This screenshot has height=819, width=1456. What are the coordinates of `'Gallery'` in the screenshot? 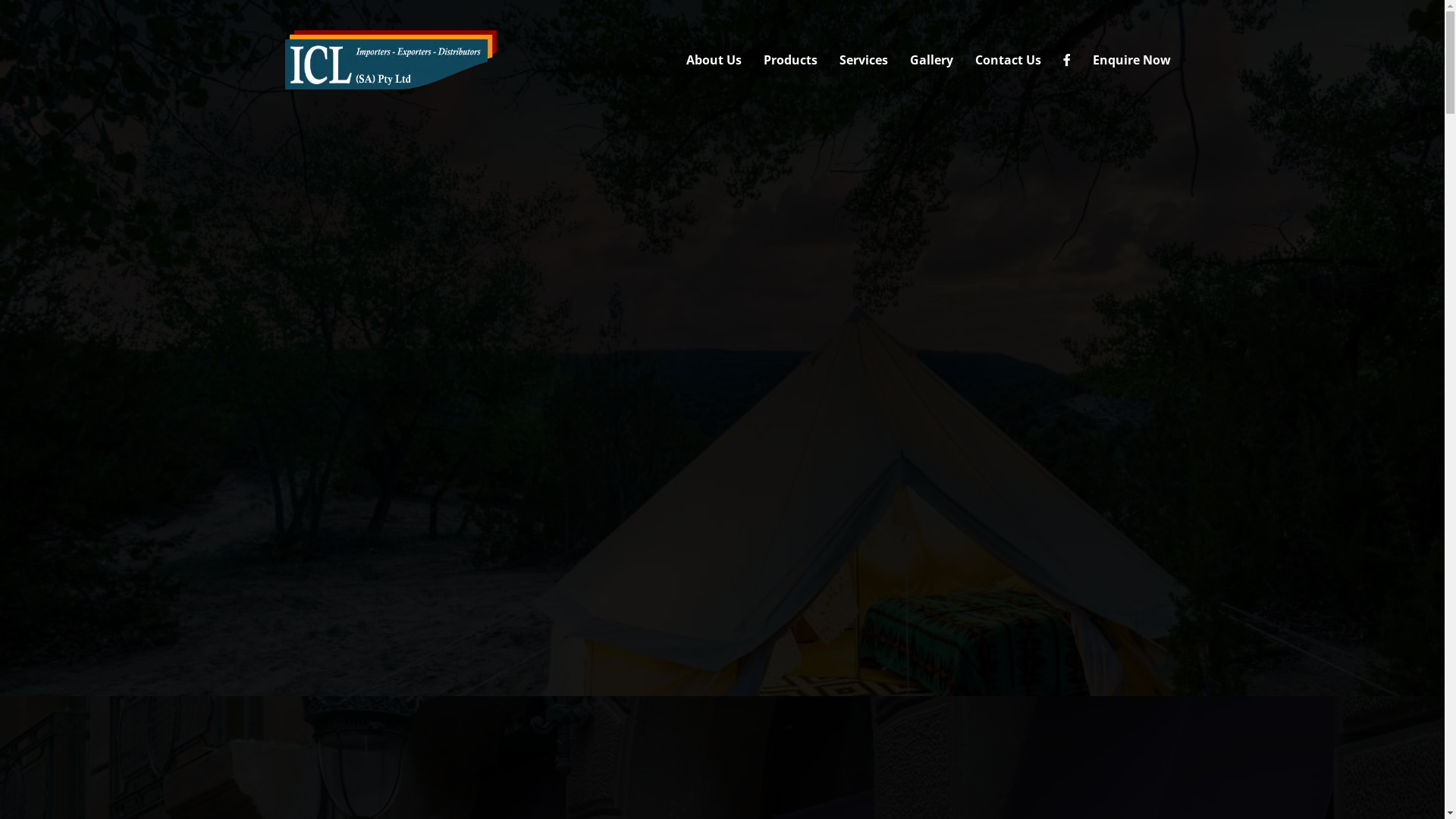 It's located at (930, 58).